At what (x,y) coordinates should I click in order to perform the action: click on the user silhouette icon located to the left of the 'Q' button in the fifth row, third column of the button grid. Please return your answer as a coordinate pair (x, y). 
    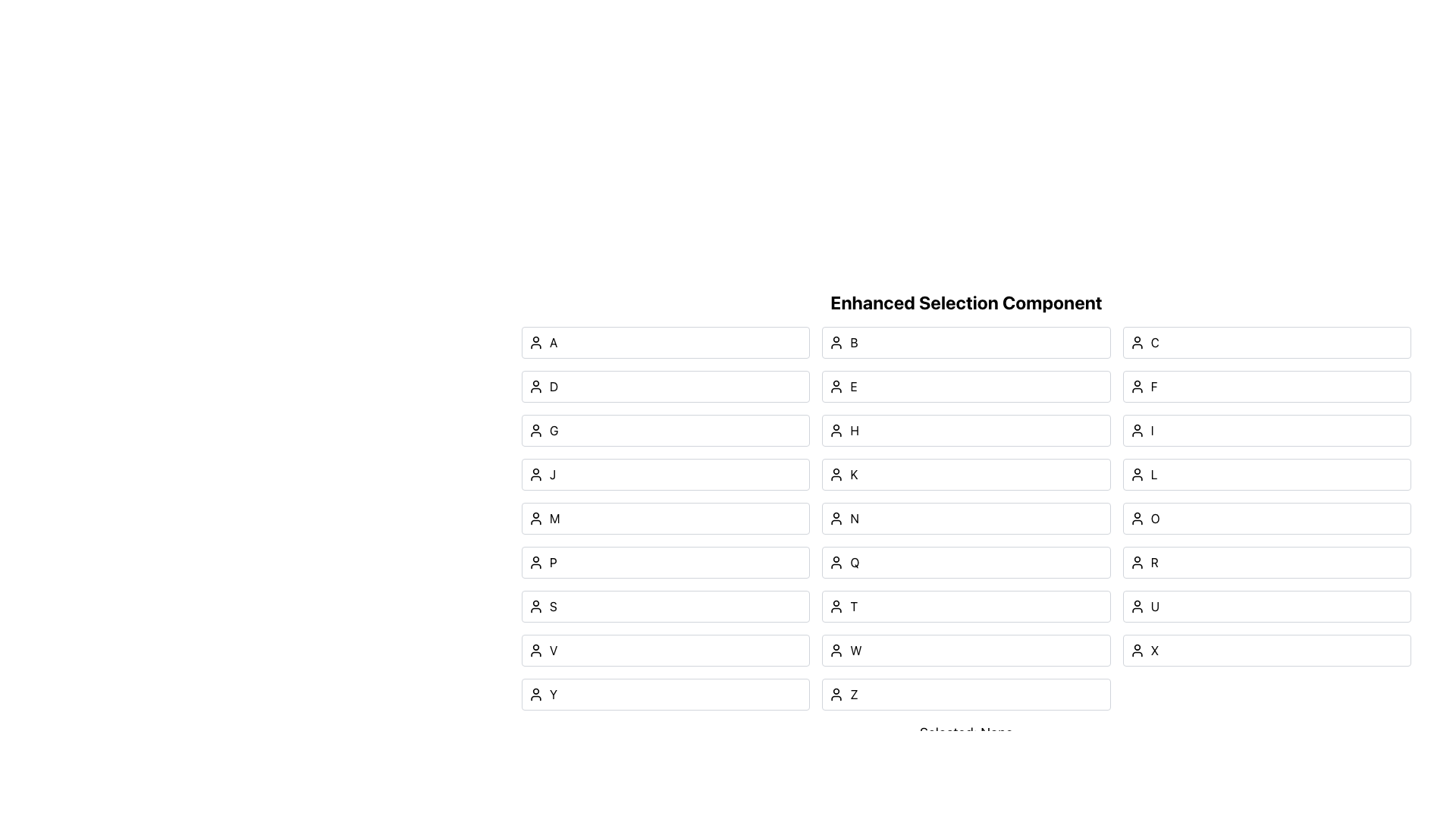
    Looking at the image, I should click on (836, 562).